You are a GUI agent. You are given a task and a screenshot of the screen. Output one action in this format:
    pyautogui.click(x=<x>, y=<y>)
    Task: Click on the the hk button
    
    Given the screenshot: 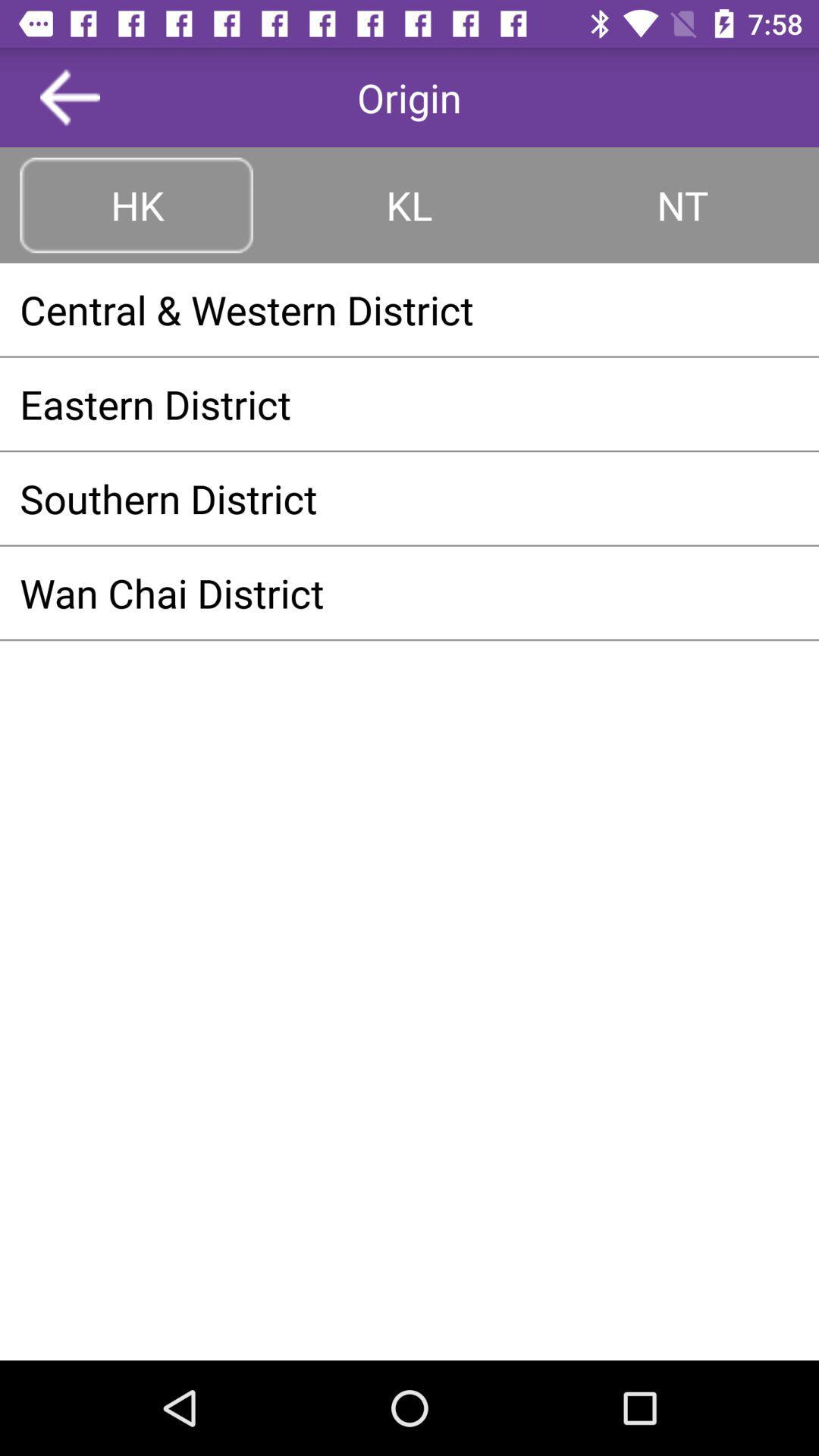 What is the action you would take?
    pyautogui.click(x=136, y=204)
    